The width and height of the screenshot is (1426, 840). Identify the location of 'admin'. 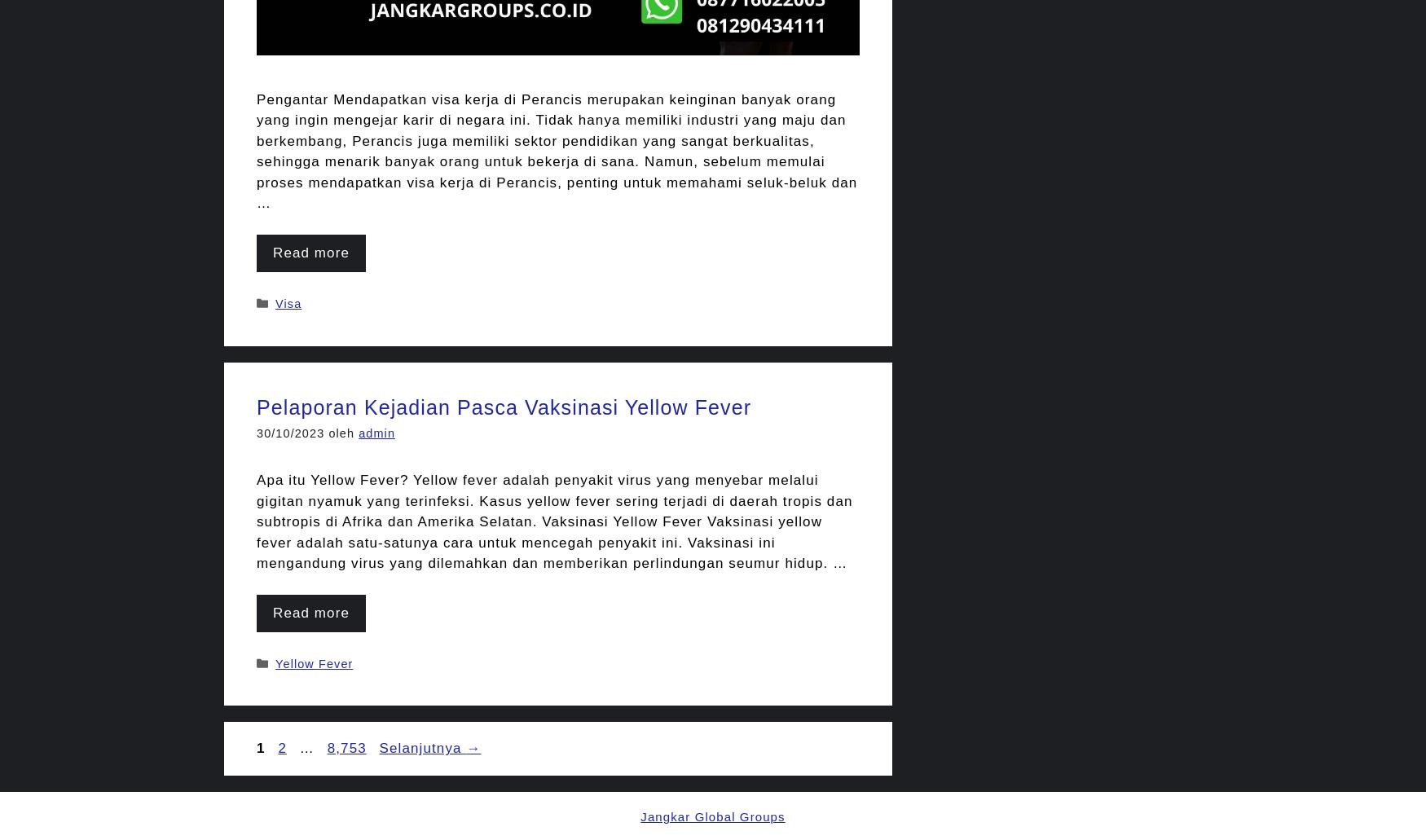
(358, 431).